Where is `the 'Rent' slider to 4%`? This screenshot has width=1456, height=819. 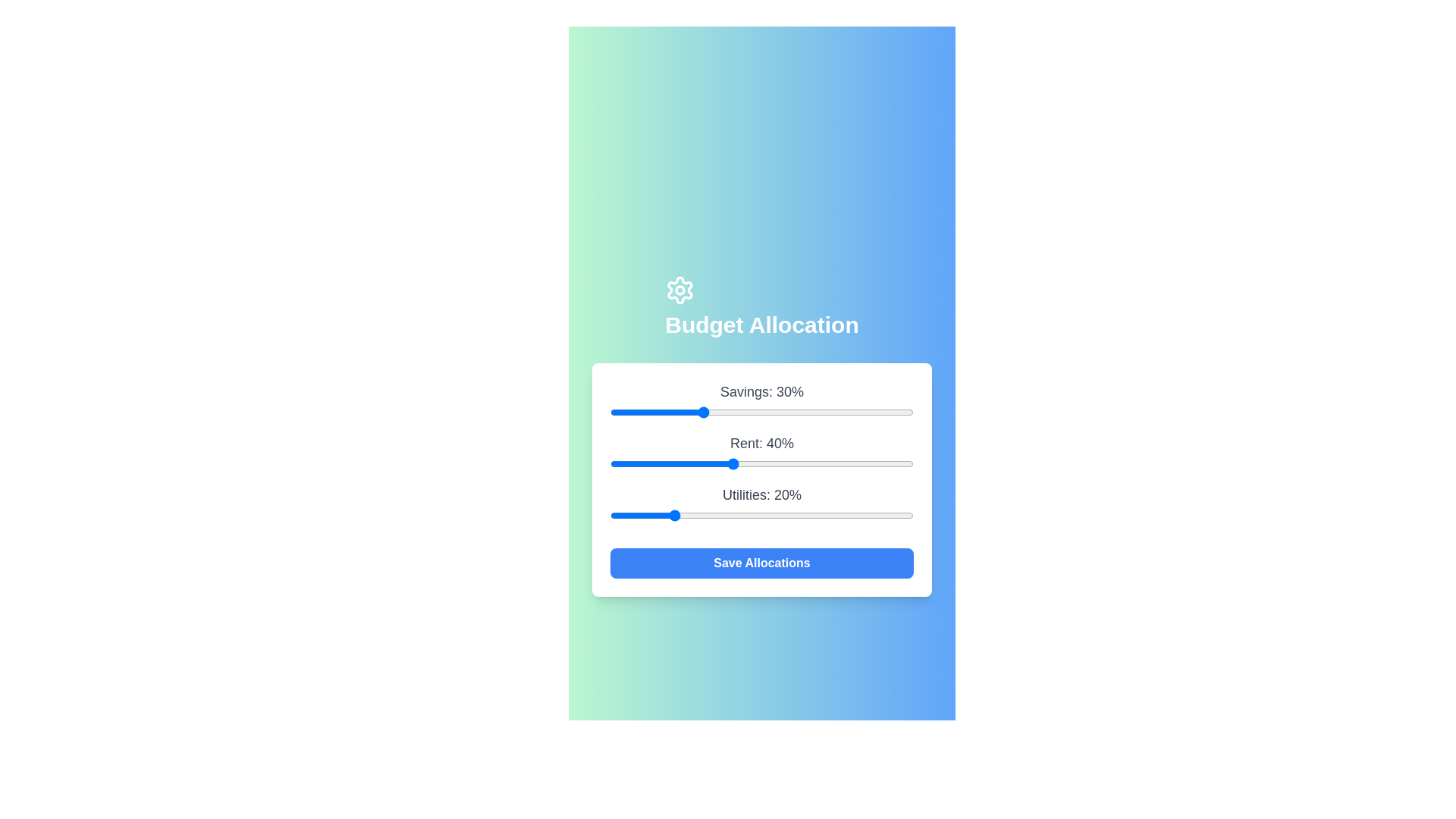
the 'Rent' slider to 4% is located at coordinates (622, 463).